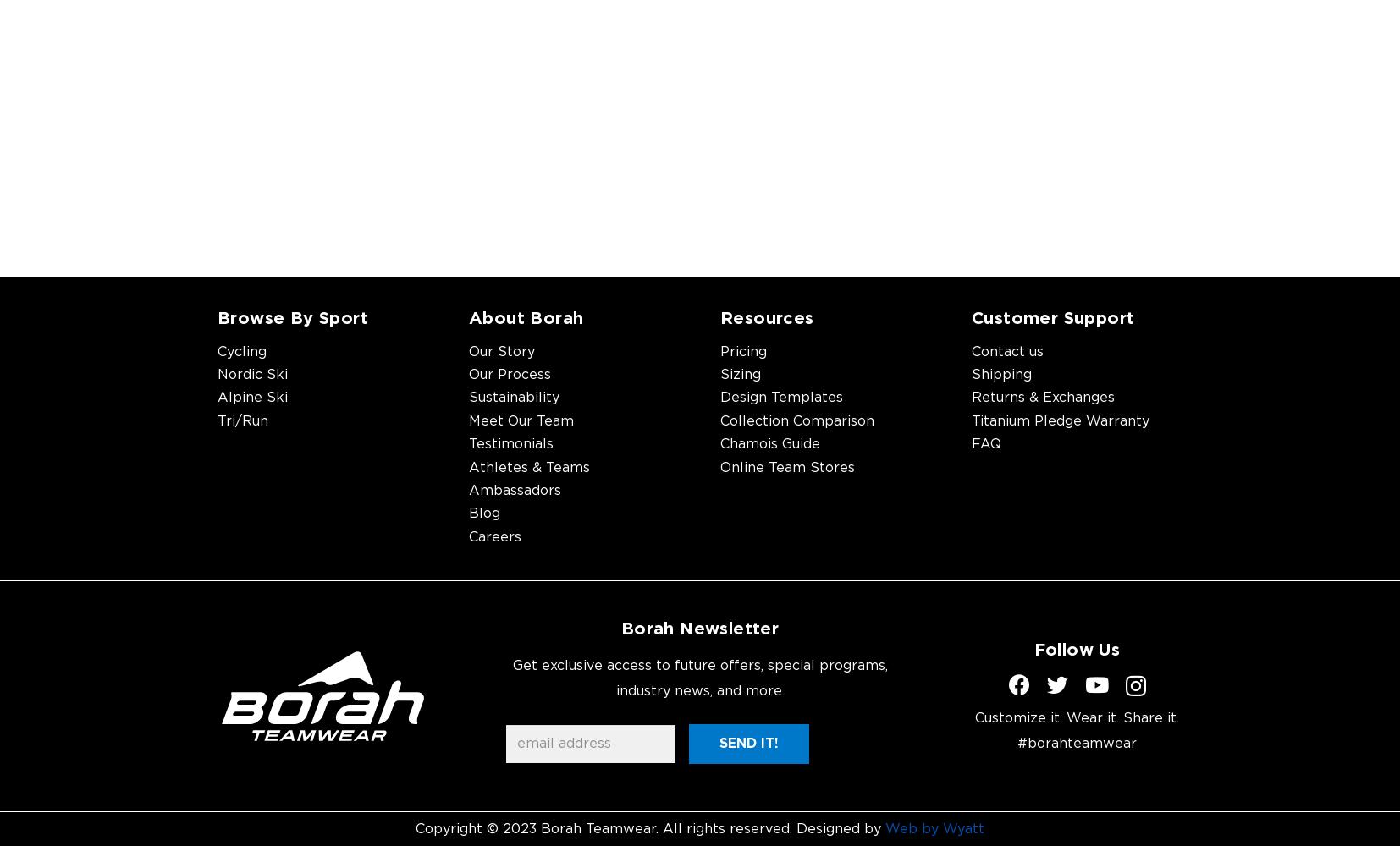 Image resolution: width=1400 pixels, height=846 pixels. Describe the element at coordinates (1052, 318) in the screenshot. I see `'Customer Support'` at that location.